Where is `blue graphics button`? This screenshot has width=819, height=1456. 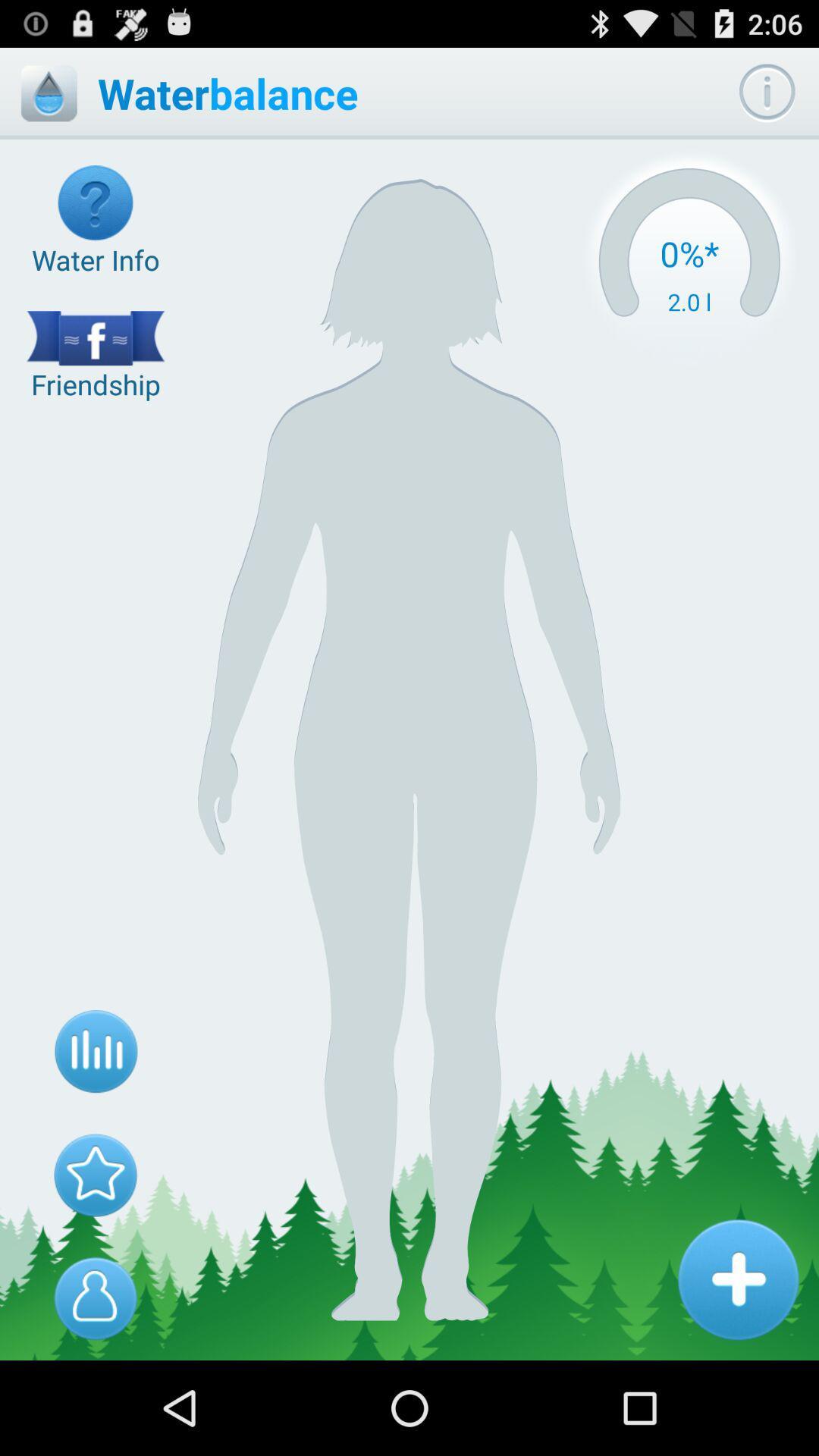 blue graphics button is located at coordinates (96, 1051).